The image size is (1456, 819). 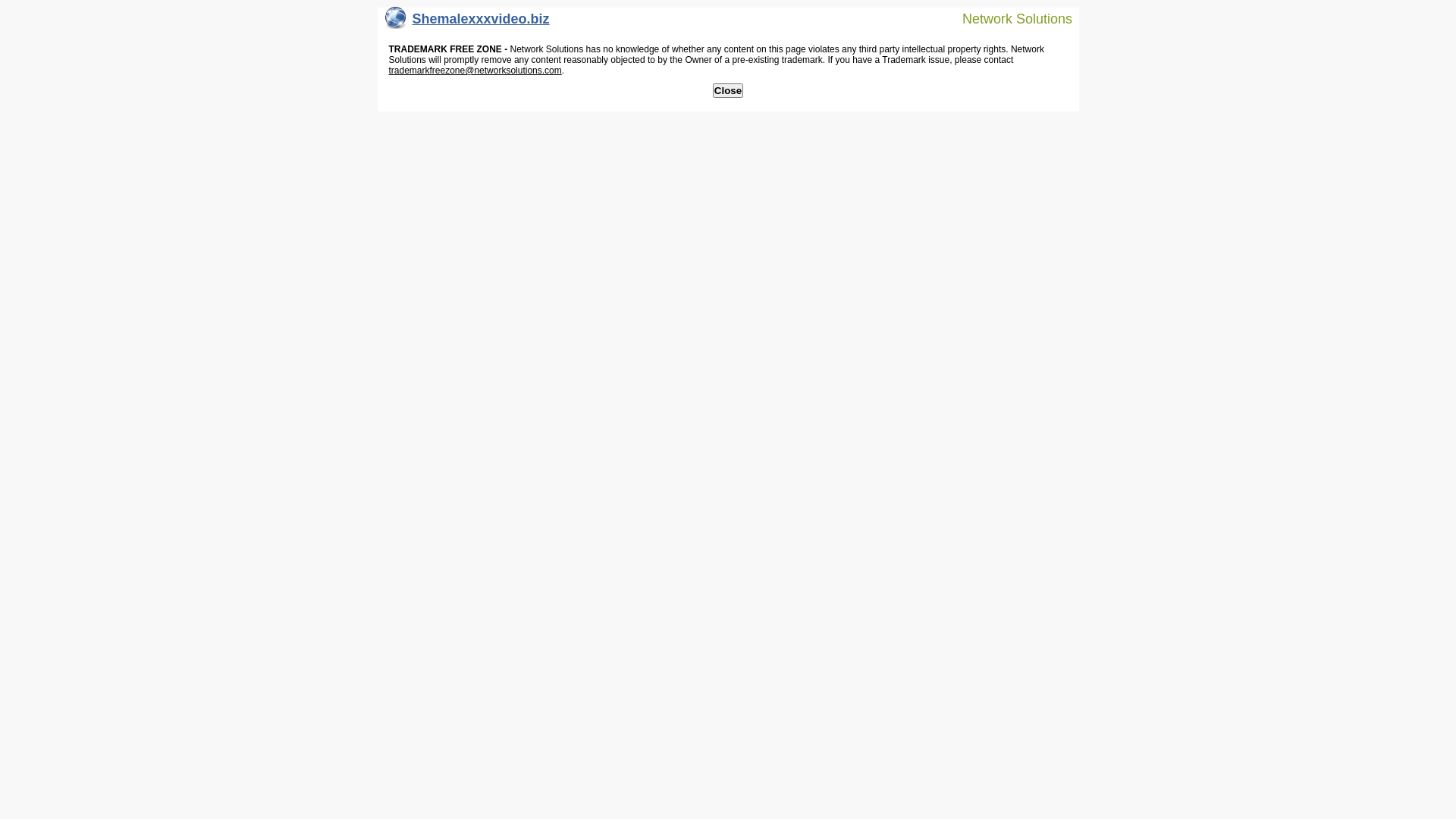 What do you see at coordinates (466, 22) in the screenshot?
I see `'Shemalexxxvideo.biz'` at bounding box center [466, 22].